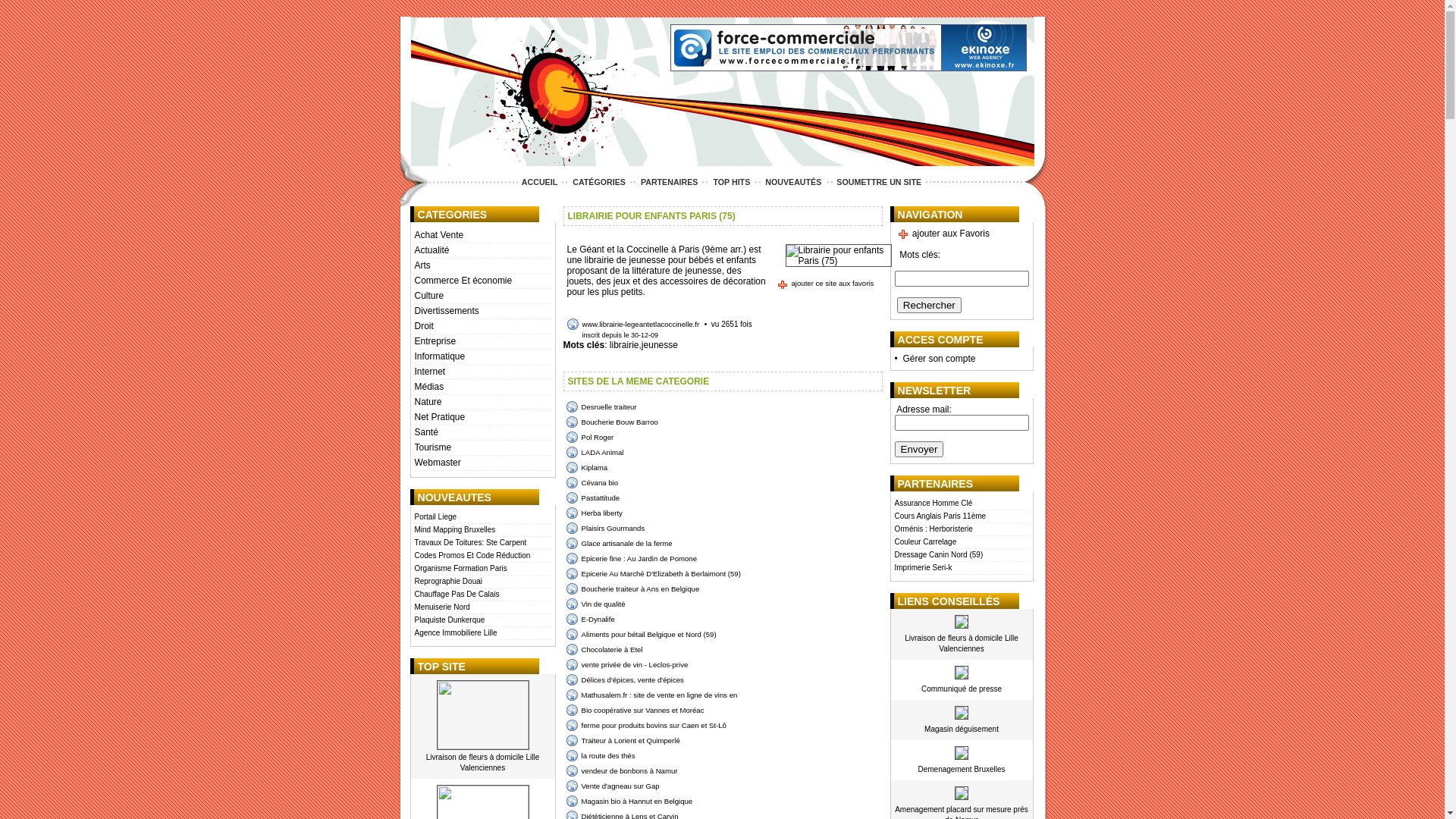 The width and height of the screenshot is (1456, 819). What do you see at coordinates (611, 422) in the screenshot?
I see `'Boucherie Bouw Barroo'` at bounding box center [611, 422].